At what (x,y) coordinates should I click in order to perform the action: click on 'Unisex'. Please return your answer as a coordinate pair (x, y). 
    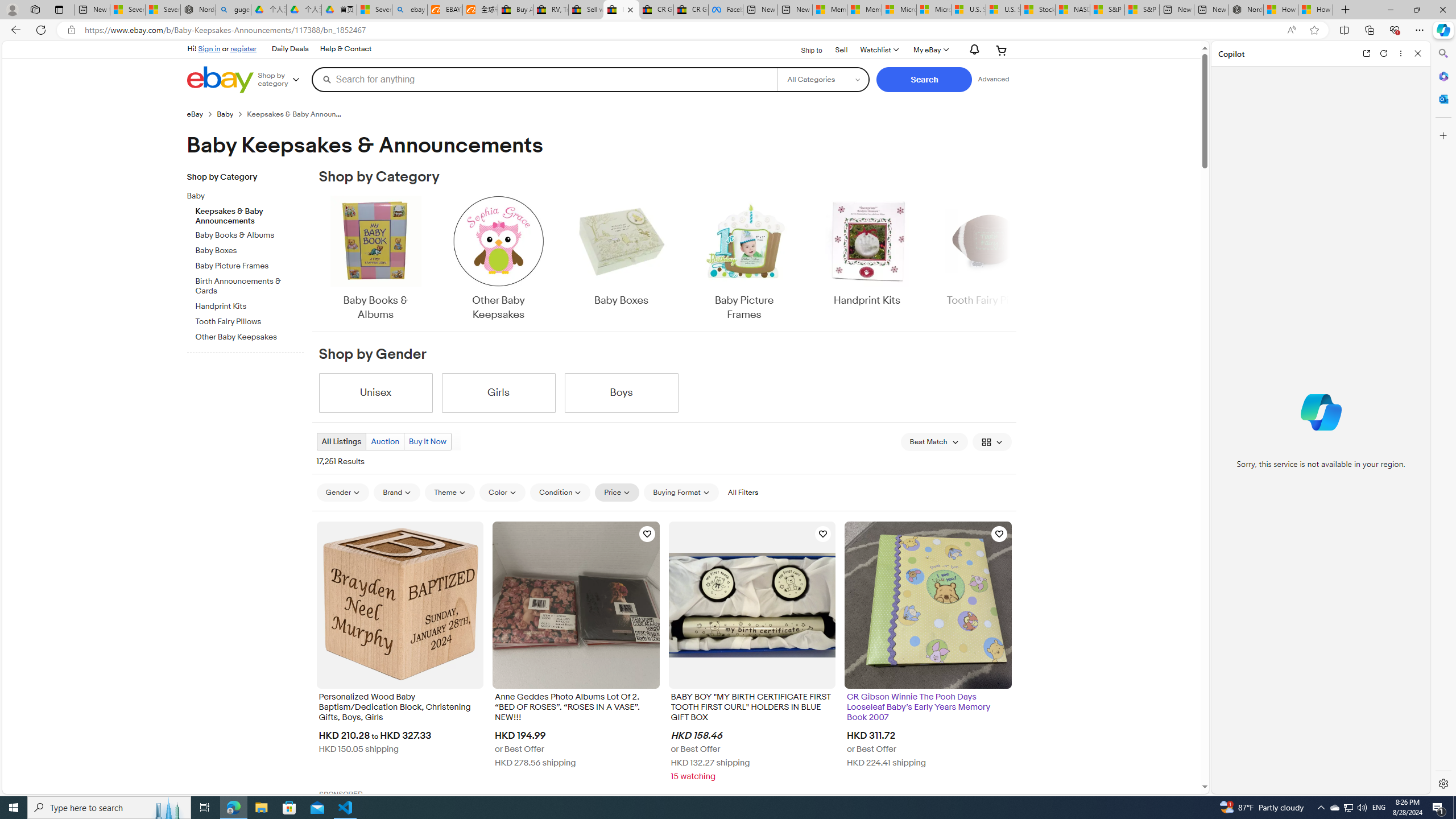
    Looking at the image, I should click on (375, 392).